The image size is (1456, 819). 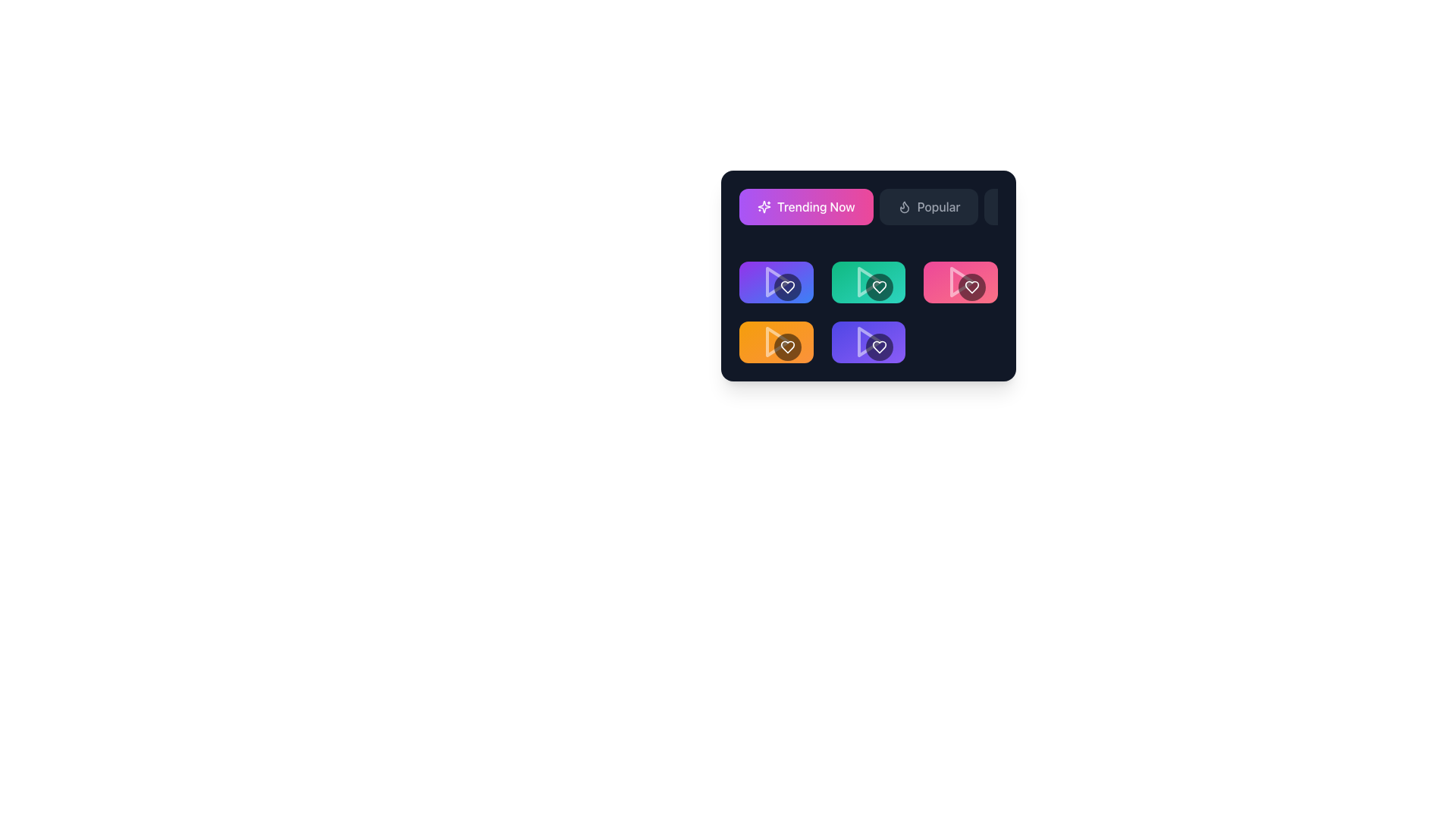 What do you see at coordinates (787, 347) in the screenshot?
I see `the heart-shaped SVG icon located within the circular button in the lower-left segment of the grid` at bounding box center [787, 347].